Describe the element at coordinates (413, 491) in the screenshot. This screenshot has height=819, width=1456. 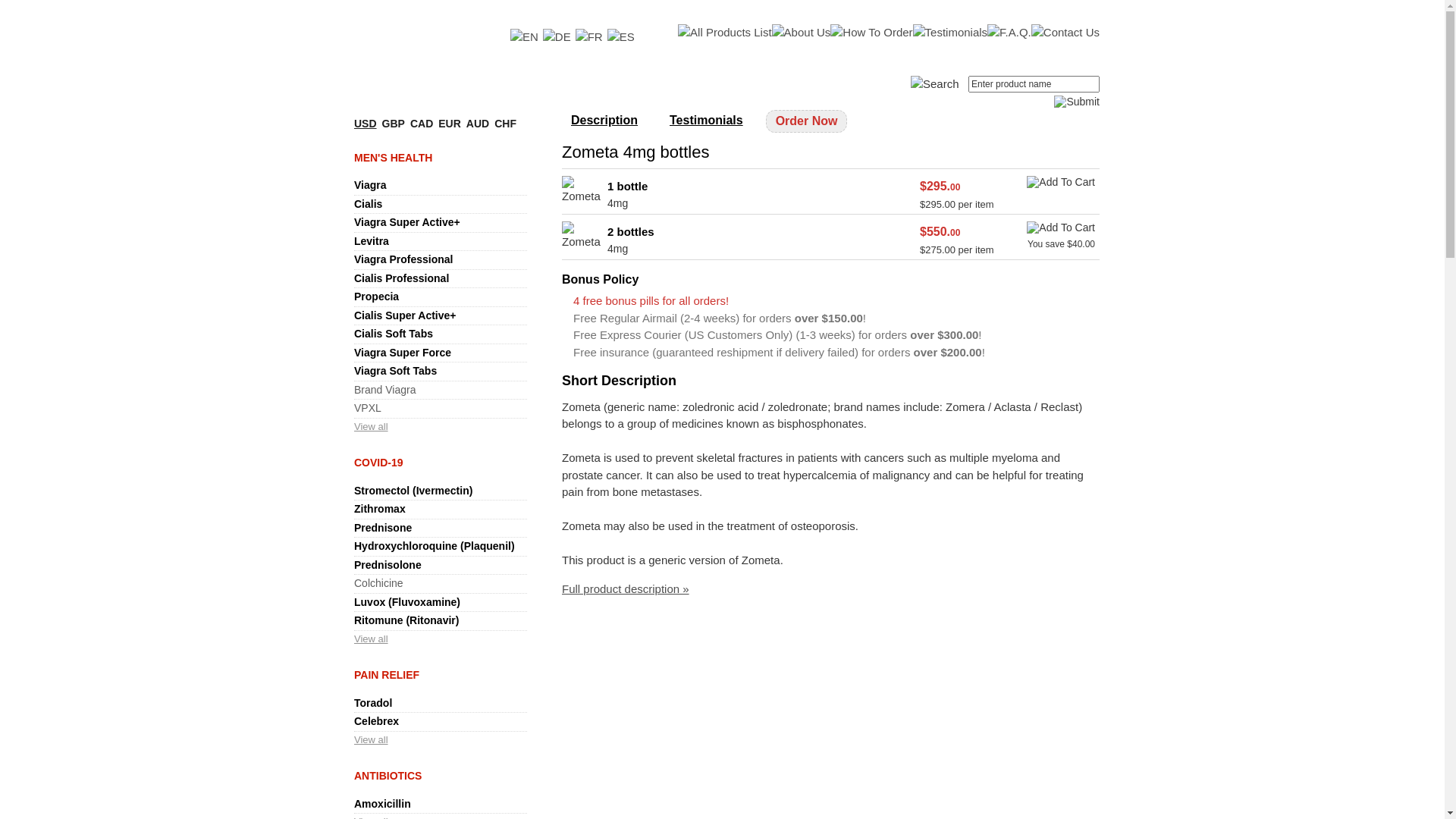
I see `'Stromectol (Ivermectin)'` at that location.